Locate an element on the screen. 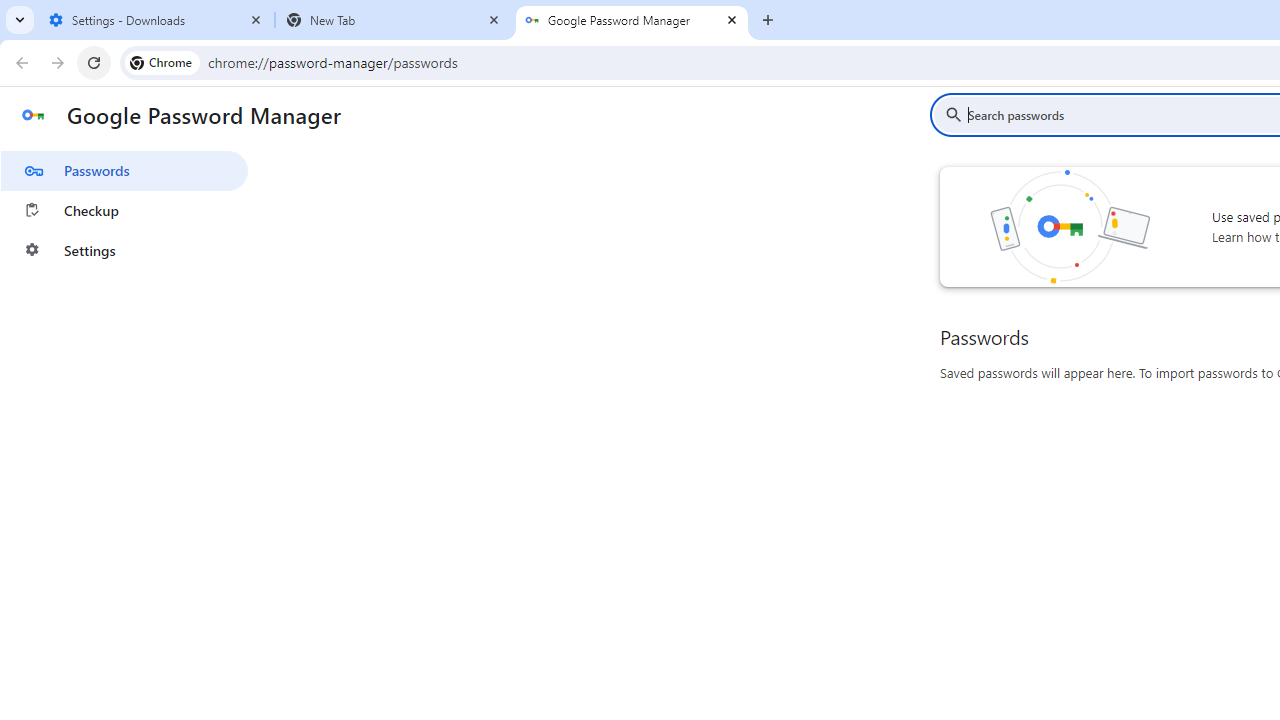  'New Tab' is located at coordinates (394, 20).